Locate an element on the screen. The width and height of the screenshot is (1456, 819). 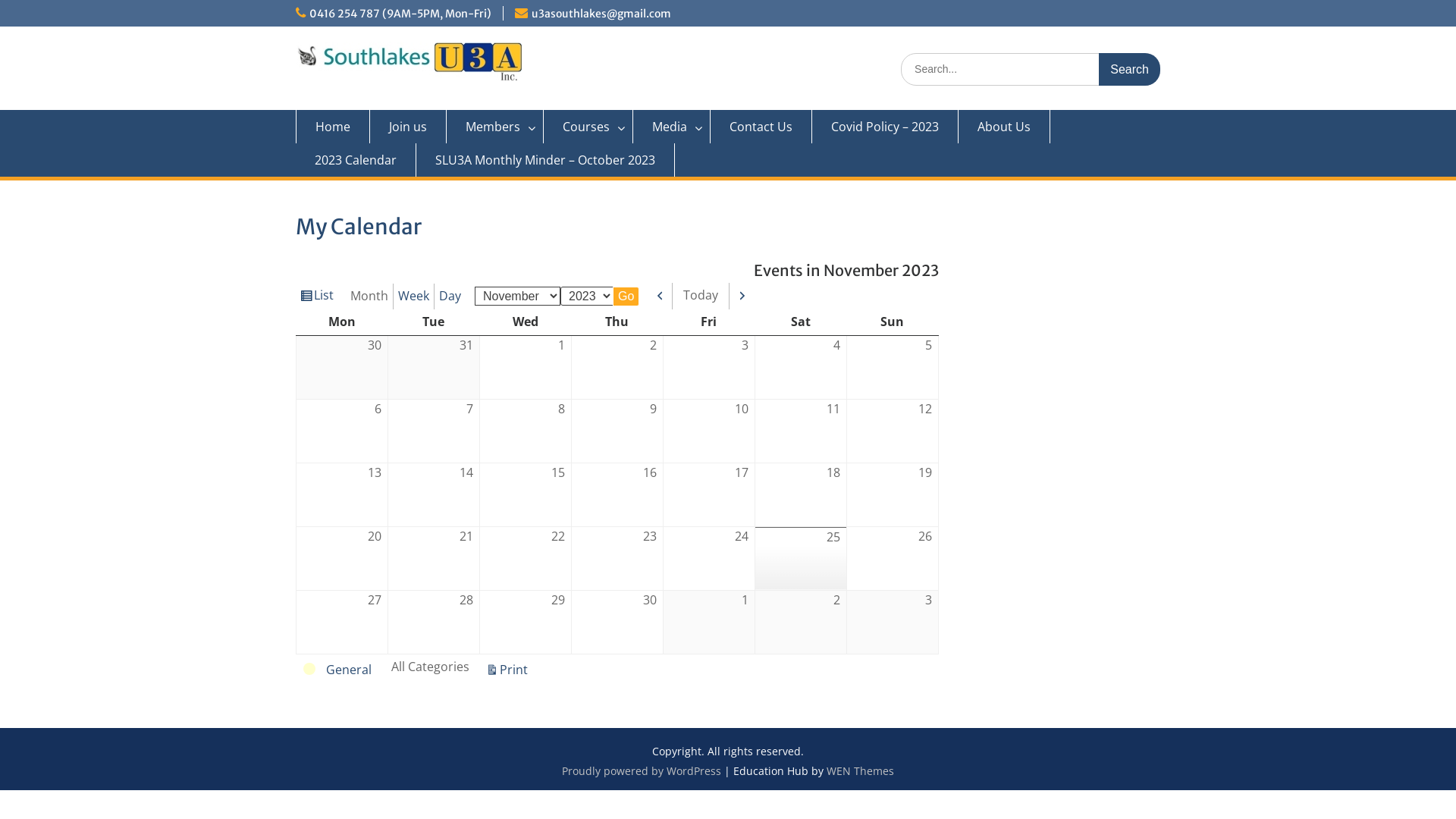
'About Us' is located at coordinates (957, 125).